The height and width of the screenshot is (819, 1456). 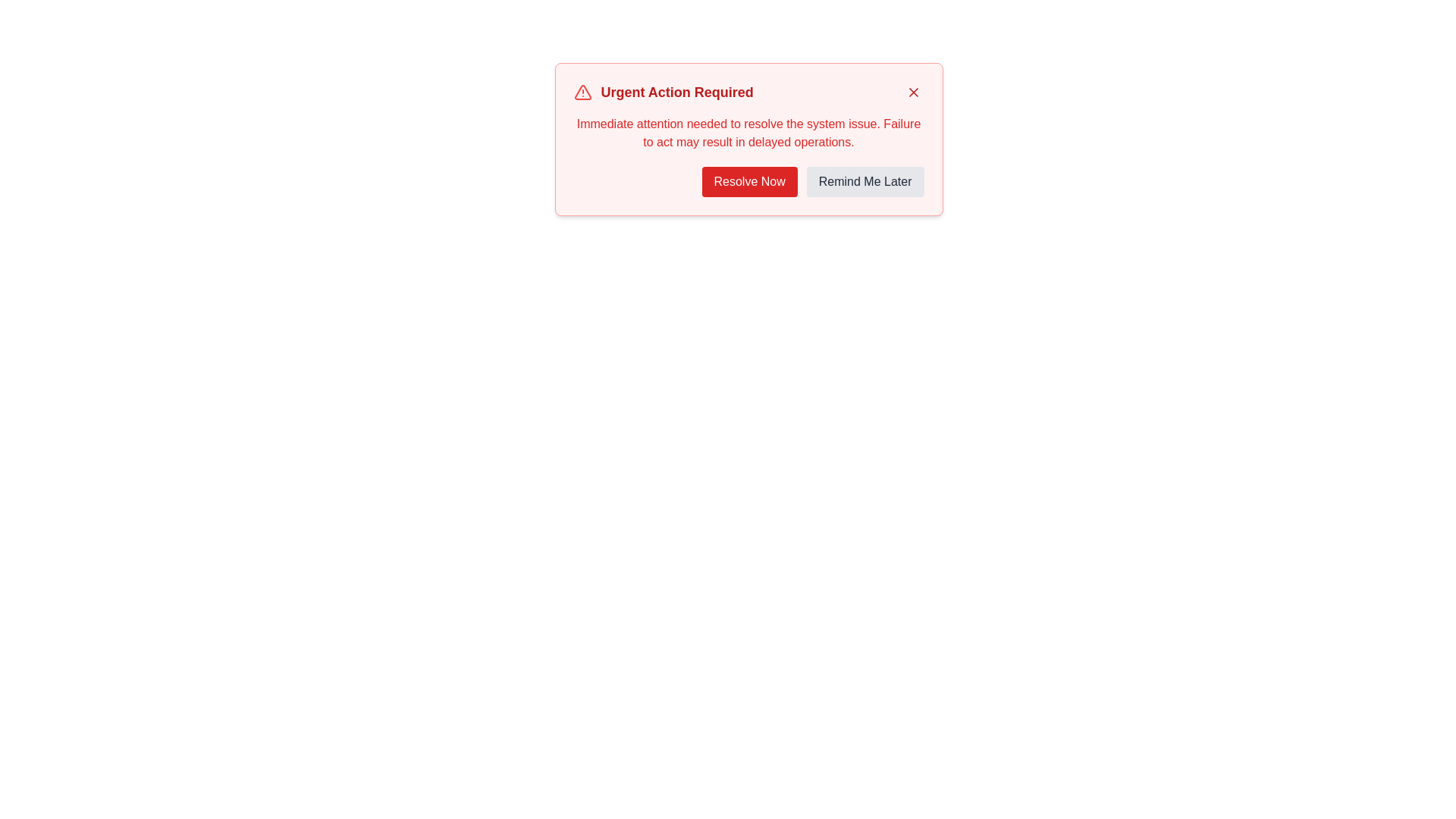 What do you see at coordinates (676, 93) in the screenshot?
I see `text label displaying 'Urgent Action Required' which is centrally located in the notification card` at bounding box center [676, 93].